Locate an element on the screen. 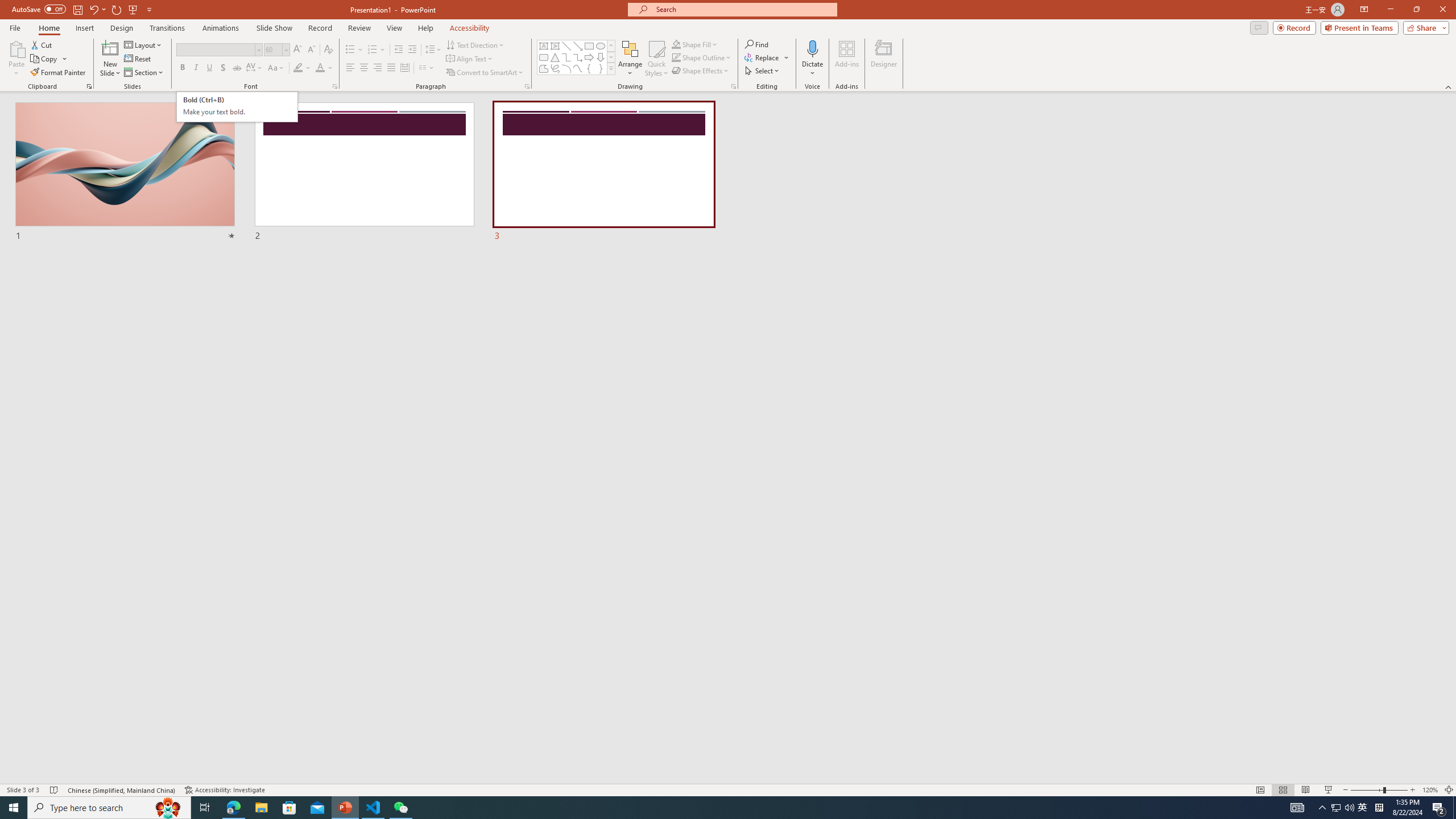 This screenshot has height=819, width=1456. 'Strikethrough' is located at coordinates (237, 67).